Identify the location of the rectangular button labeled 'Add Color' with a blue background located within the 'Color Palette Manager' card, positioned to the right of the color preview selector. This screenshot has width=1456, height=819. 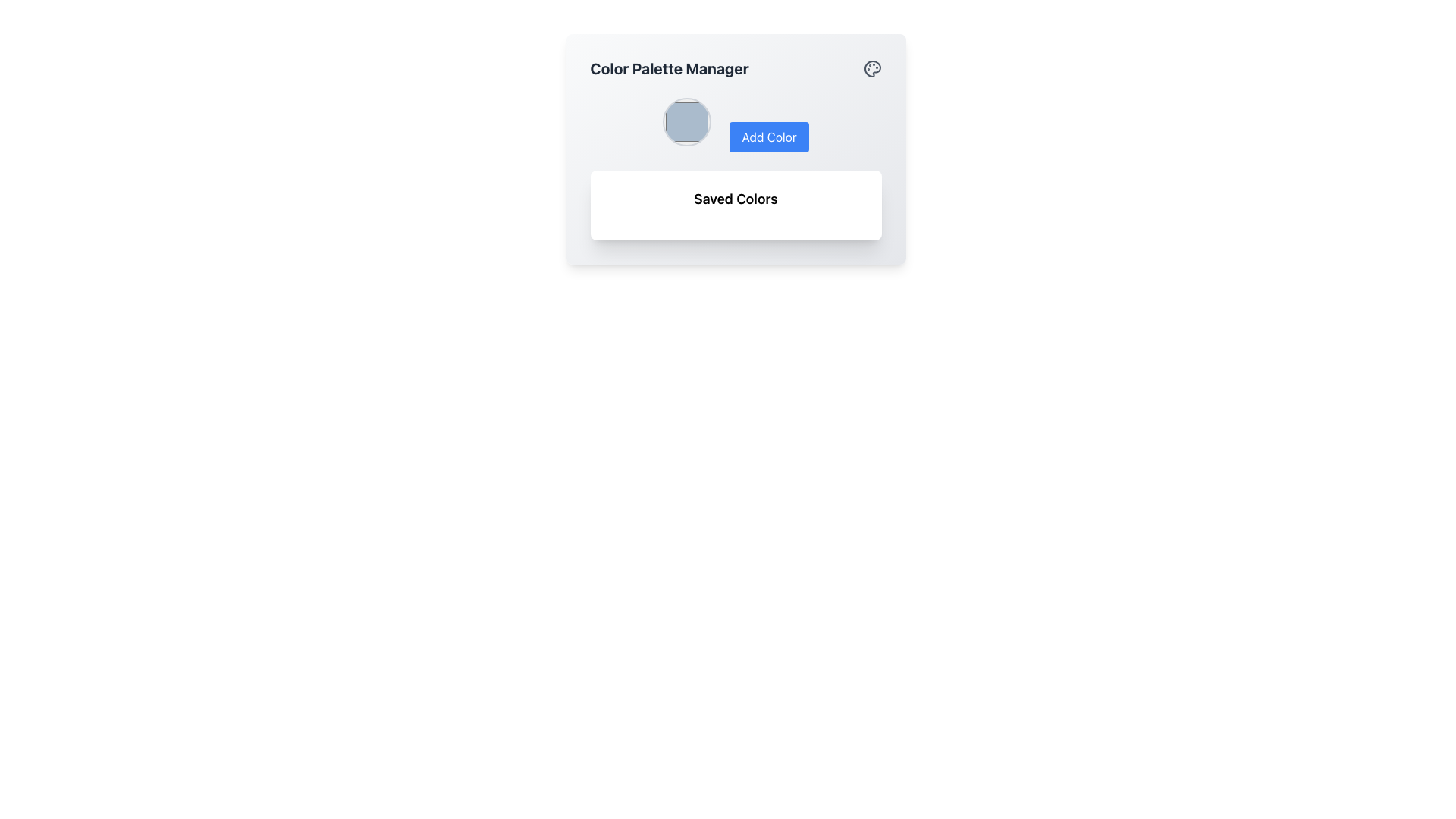
(769, 137).